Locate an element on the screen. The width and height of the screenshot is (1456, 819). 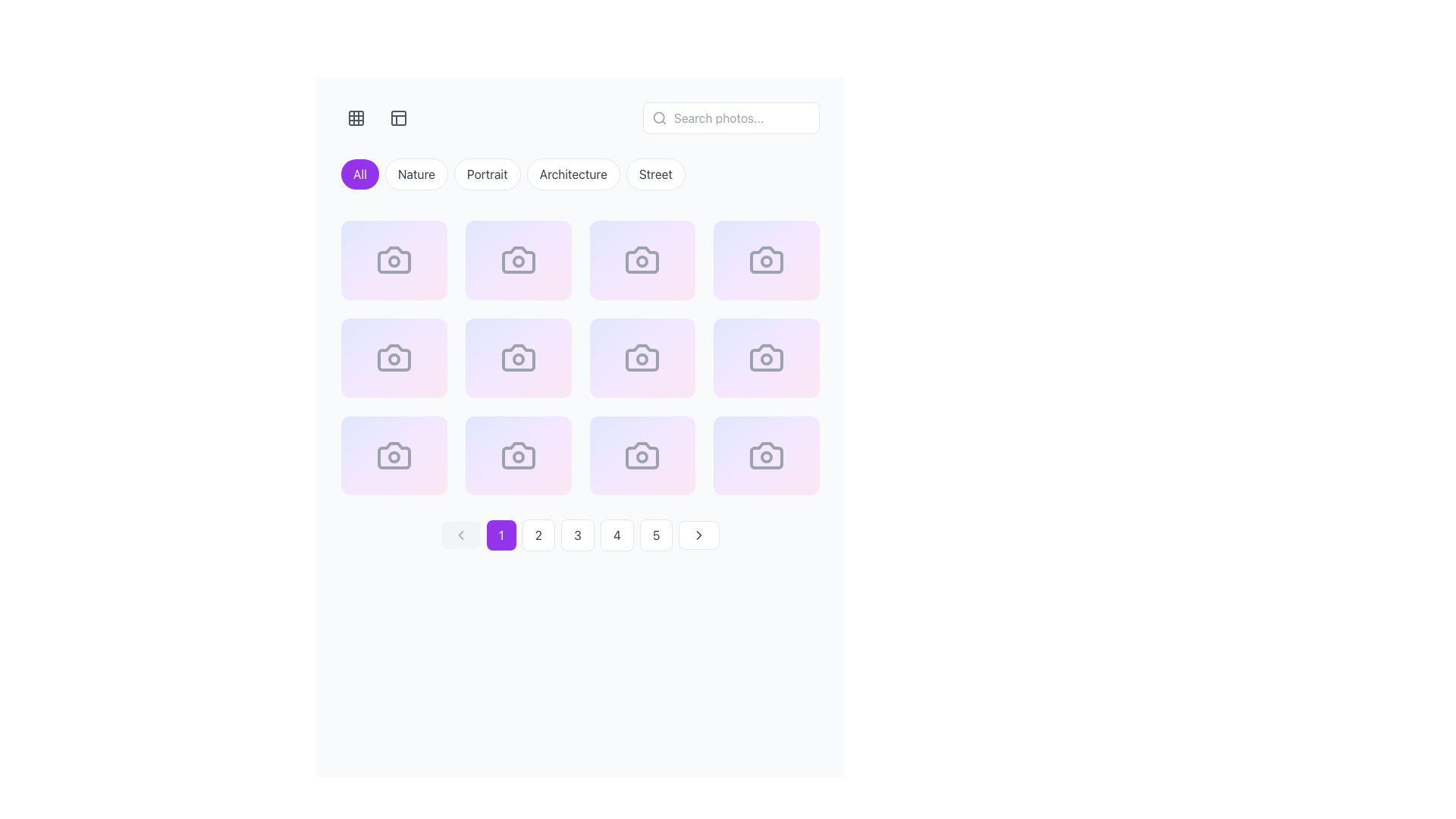
the static content block representing the photograph category 'Photograph #4' with the subcategory 'Architecture', located in the first row and fourth column of the grid layout is located at coordinates (767, 259).